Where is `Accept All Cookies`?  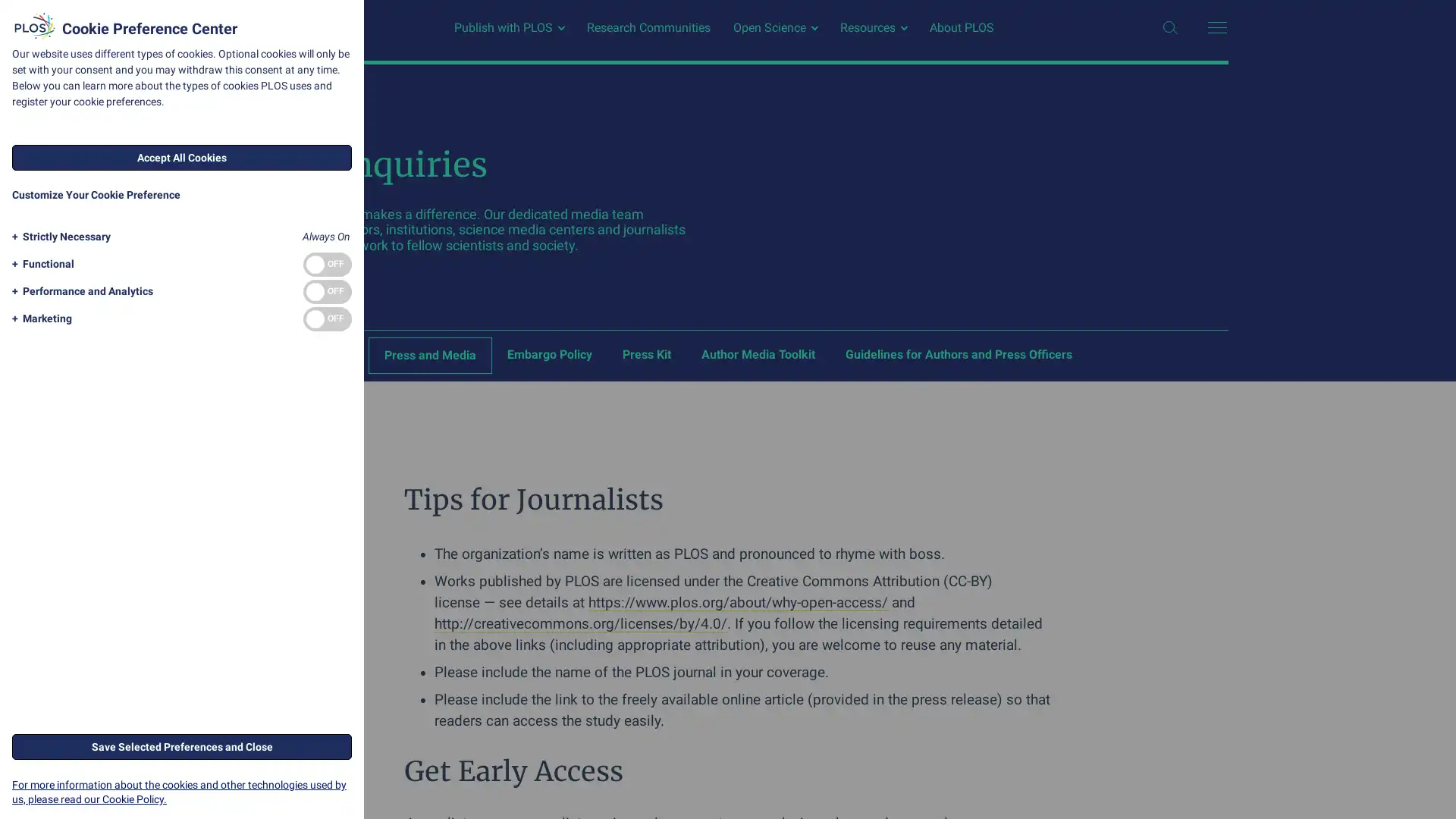 Accept All Cookies is located at coordinates (182, 158).